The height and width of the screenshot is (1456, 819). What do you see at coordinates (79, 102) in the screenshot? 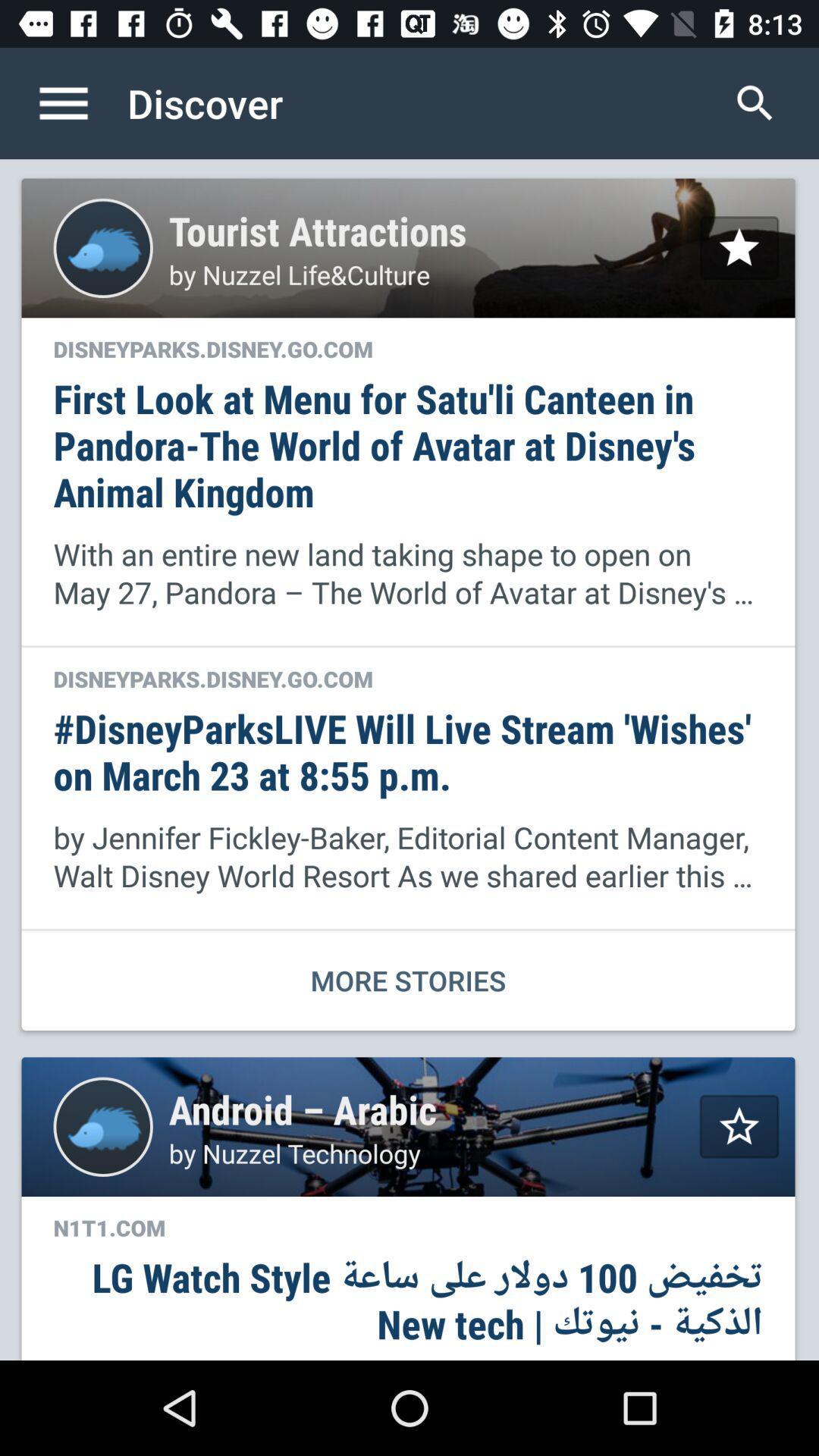
I see `app options` at bounding box center [79, 102].